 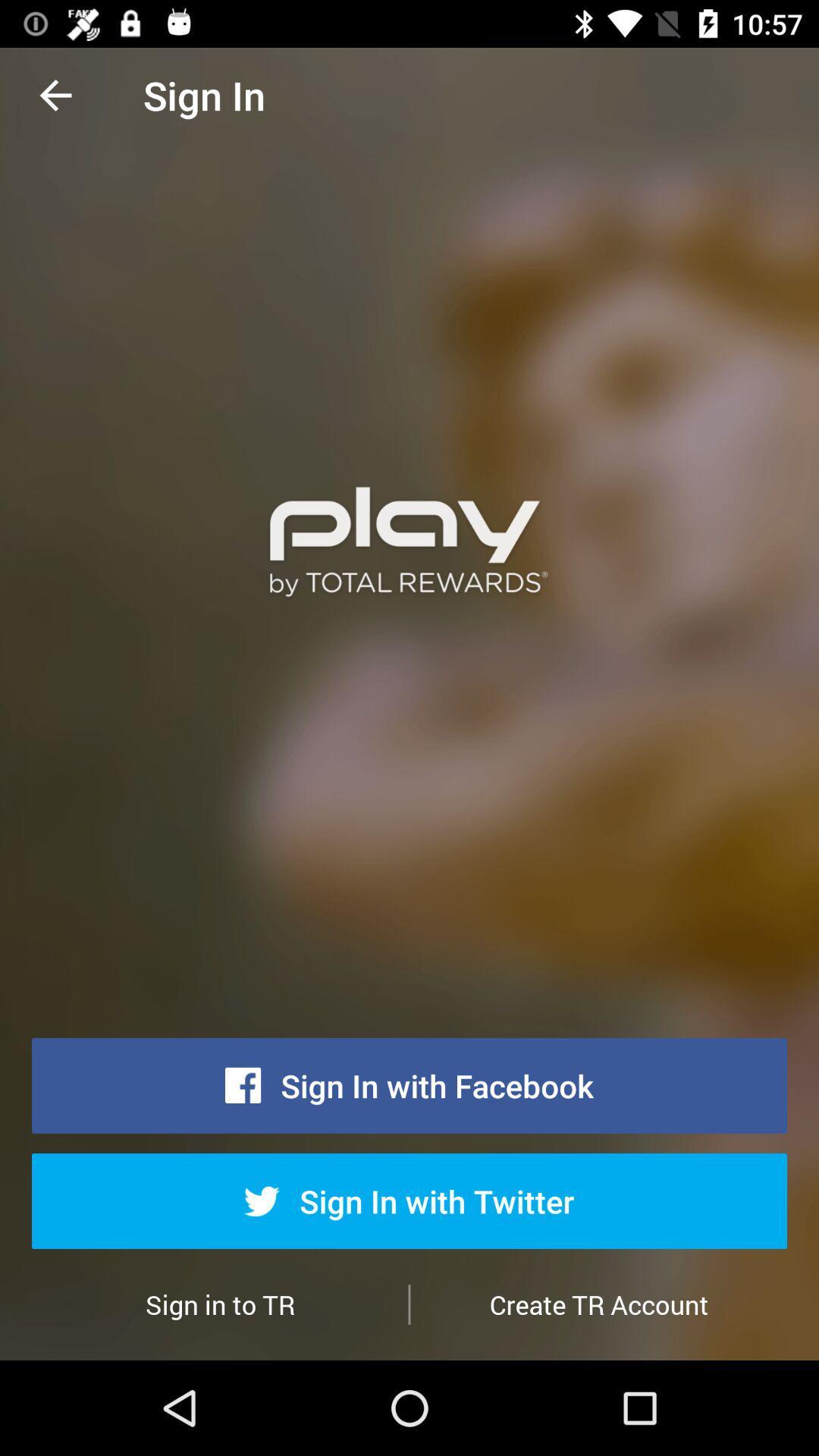 I want to click on item below sign in with item, so click(x=598, y=1304).